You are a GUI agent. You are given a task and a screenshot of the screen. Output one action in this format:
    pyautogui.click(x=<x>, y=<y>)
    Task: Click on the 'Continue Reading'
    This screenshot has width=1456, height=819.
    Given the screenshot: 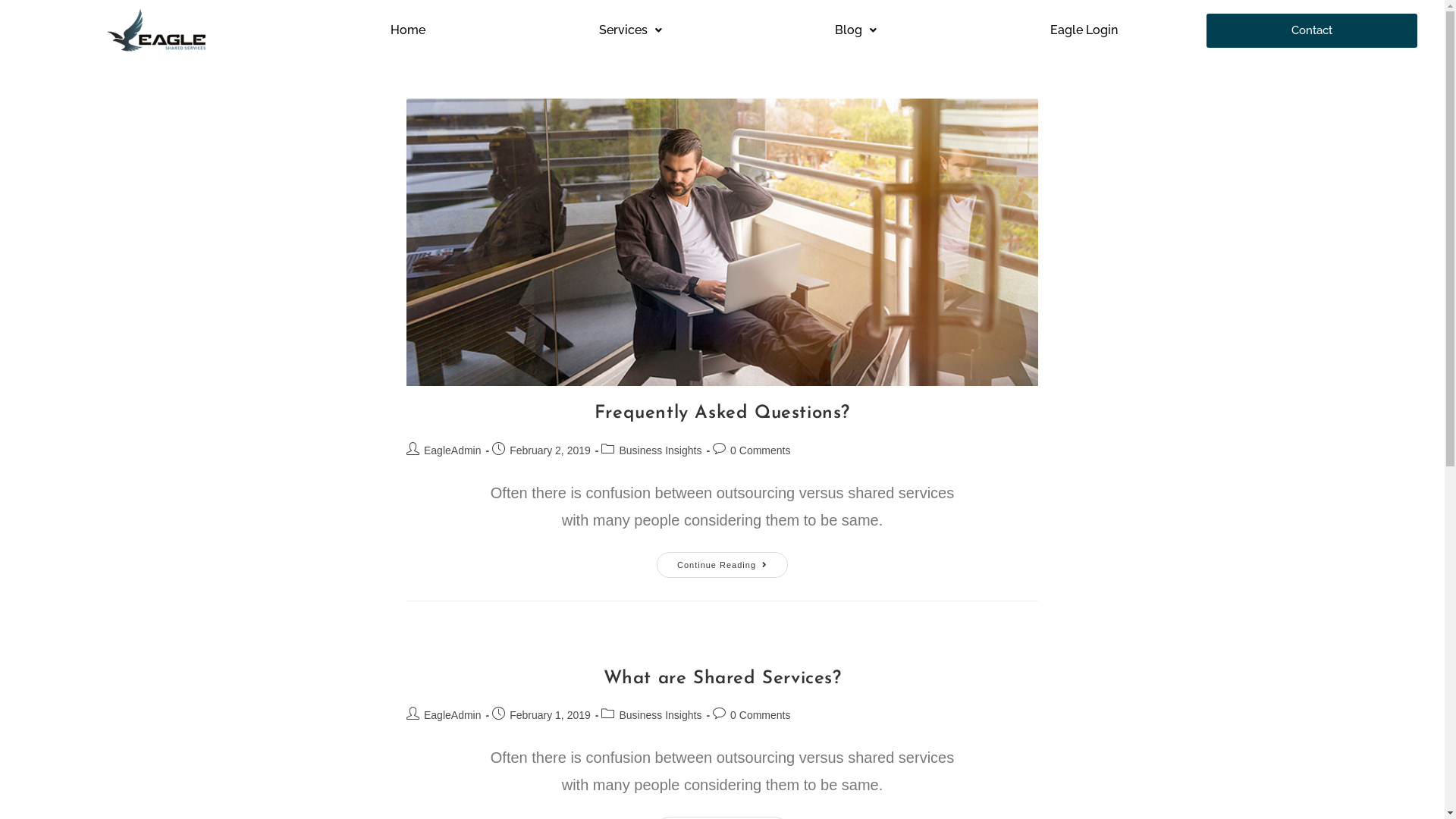 What is the action you would take?
    pyautogui.click(x=721, y=564)
    